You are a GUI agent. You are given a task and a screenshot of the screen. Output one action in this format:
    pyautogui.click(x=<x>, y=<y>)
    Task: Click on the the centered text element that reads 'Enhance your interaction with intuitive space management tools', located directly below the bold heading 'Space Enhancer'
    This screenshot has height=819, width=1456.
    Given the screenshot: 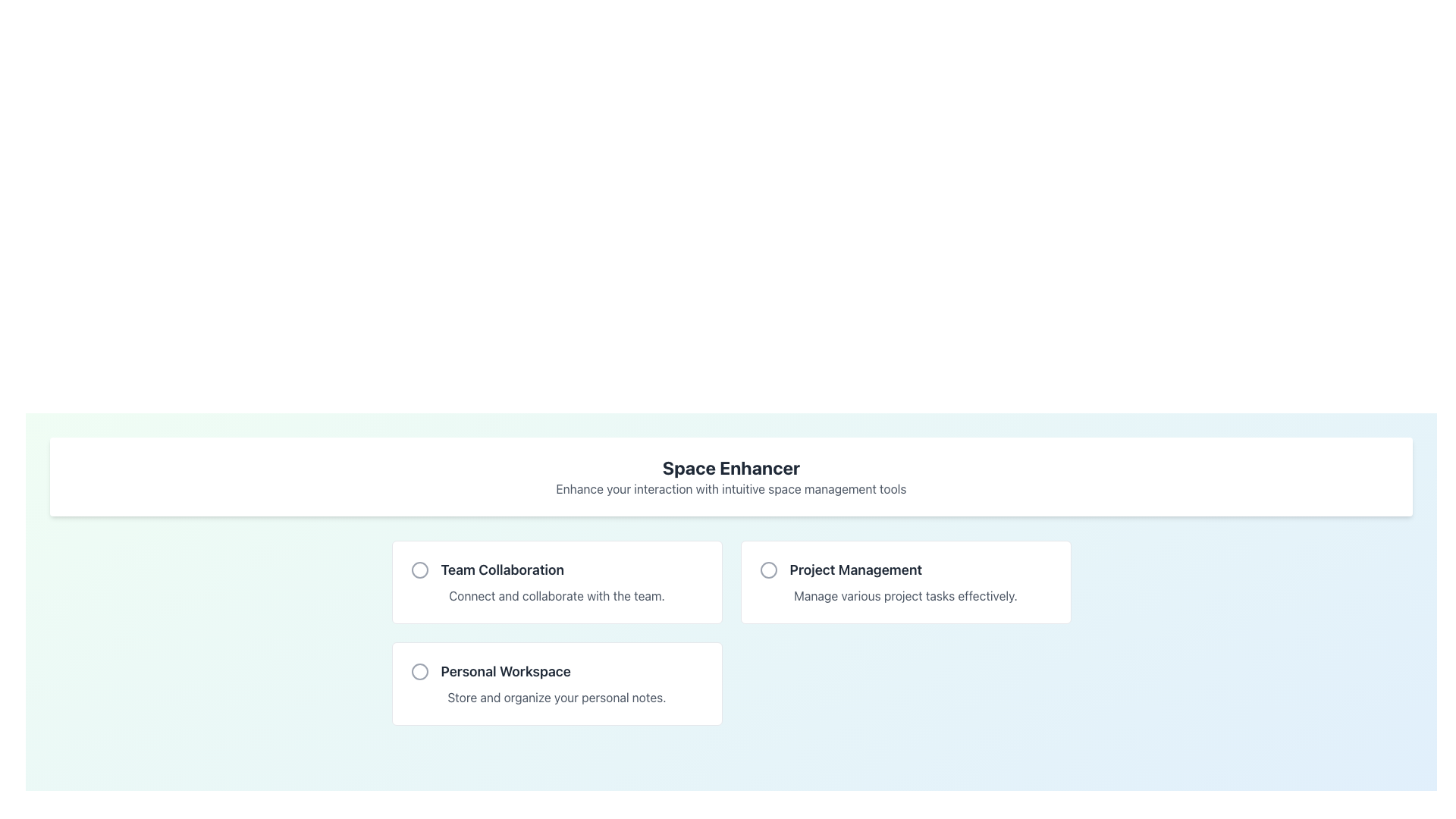 What is the action you would take?
    pyautogui.click(x=731, y=488)
    